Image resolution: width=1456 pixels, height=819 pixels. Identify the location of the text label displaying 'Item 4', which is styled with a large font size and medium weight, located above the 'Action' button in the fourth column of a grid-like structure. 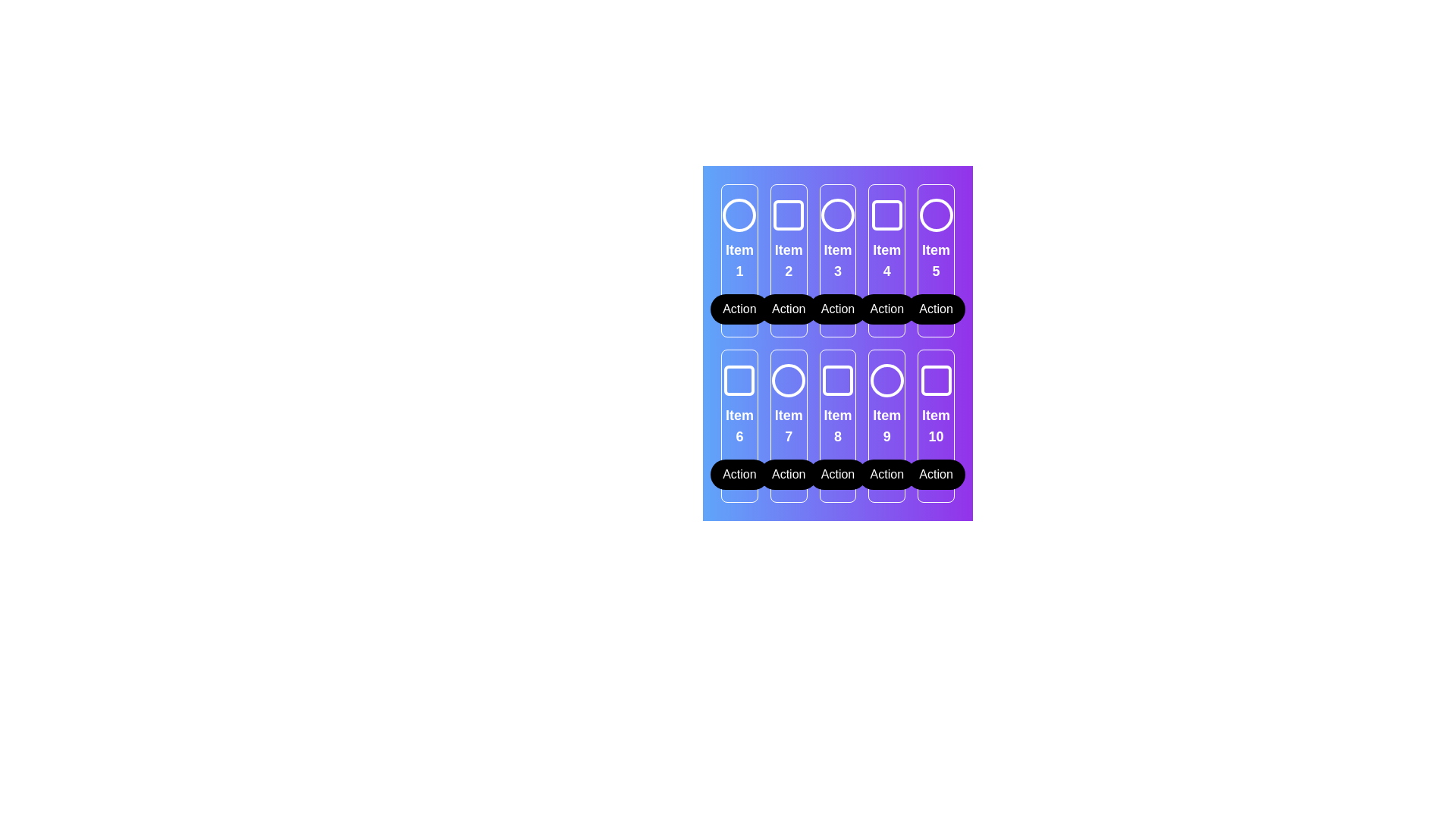
(886, 259).